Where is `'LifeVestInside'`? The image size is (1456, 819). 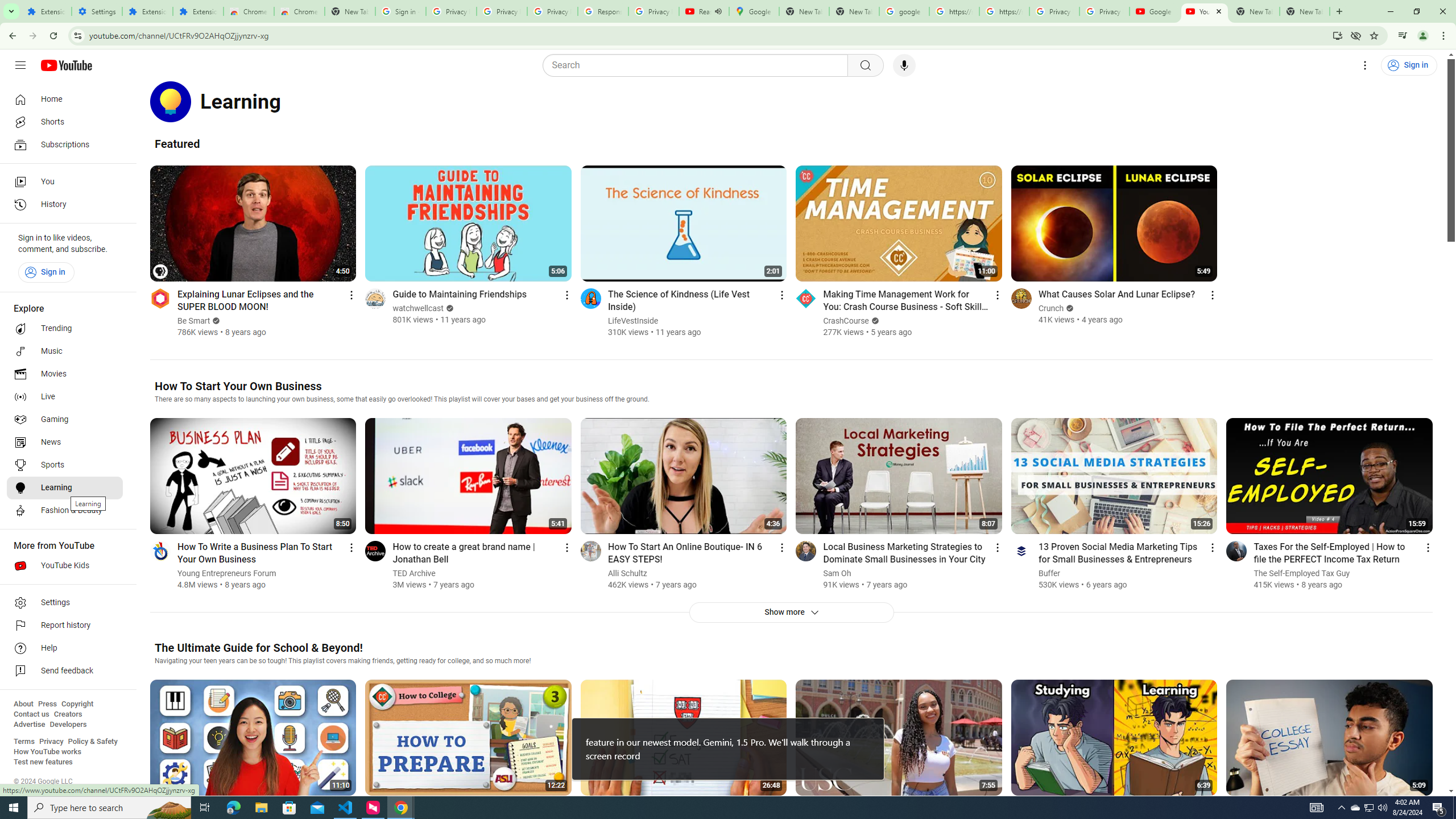 'LifeVestInside' is located at coordinates (632, 320).